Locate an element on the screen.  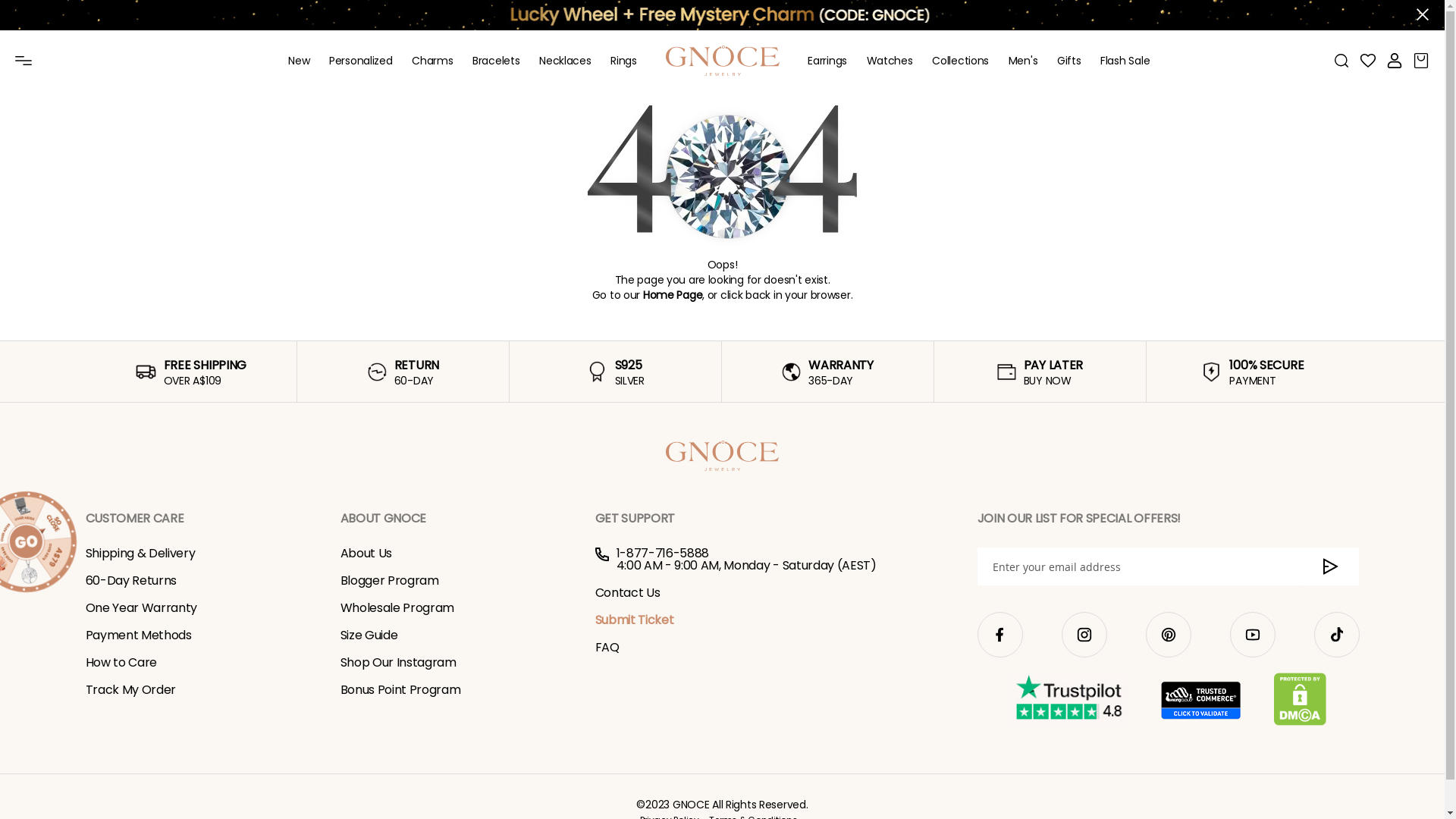
'Submit Ticket' is located at coordinates (633, 620).